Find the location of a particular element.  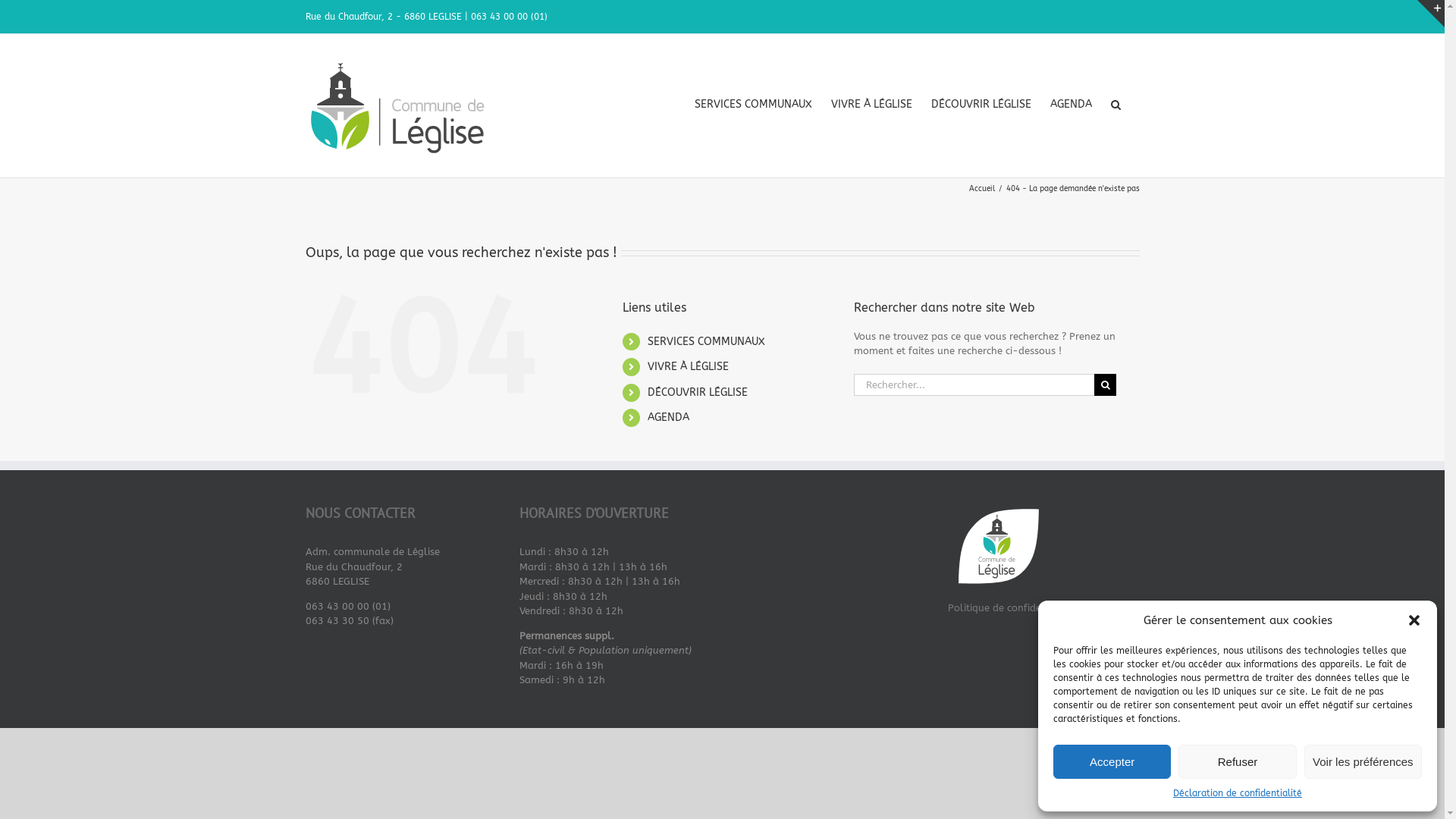

'Refuser' is located at coordinates (1178, 761).